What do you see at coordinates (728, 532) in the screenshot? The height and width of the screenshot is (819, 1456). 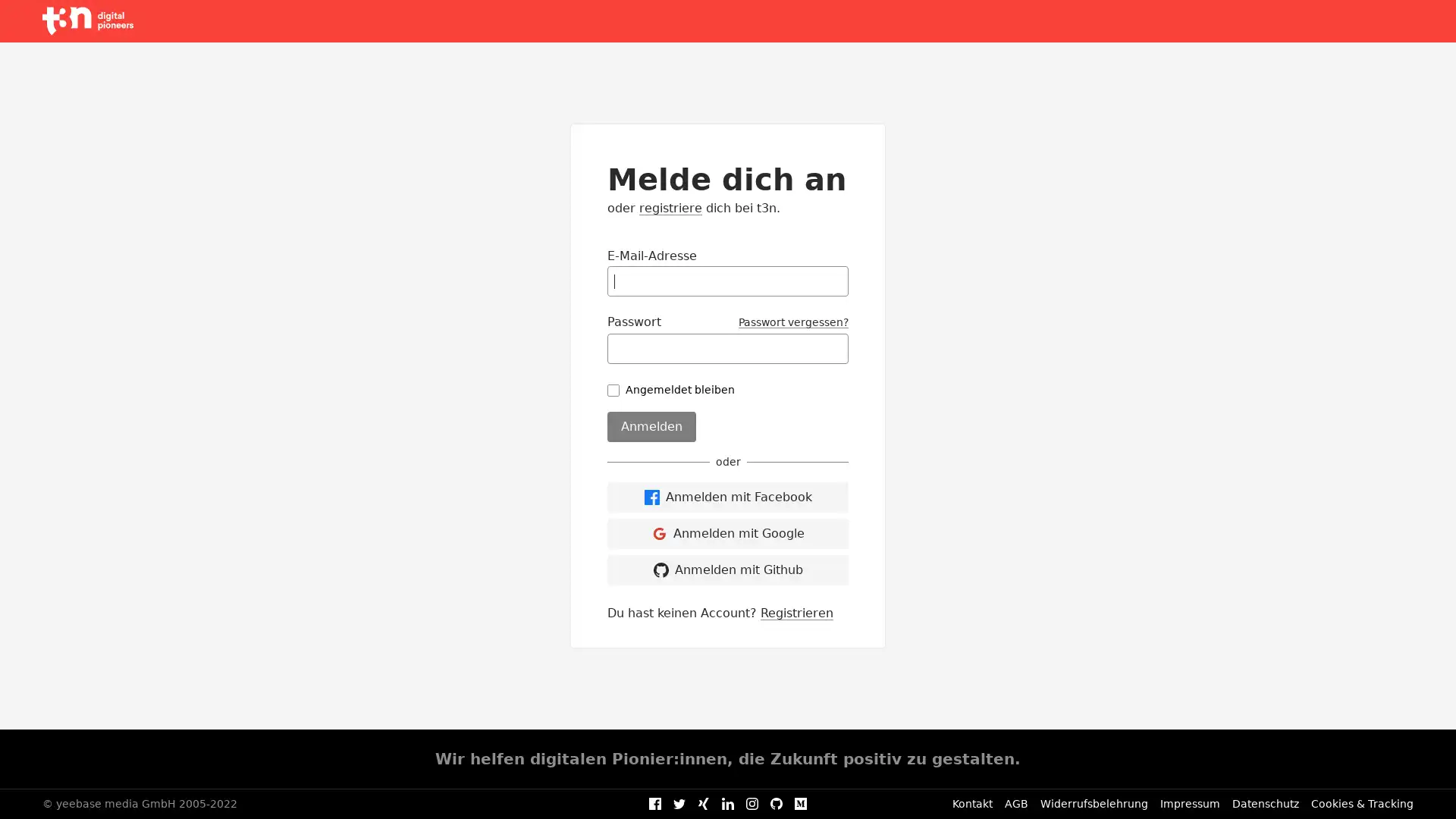 I see `Anmelden mit Google` at bounding box center [728, 532].